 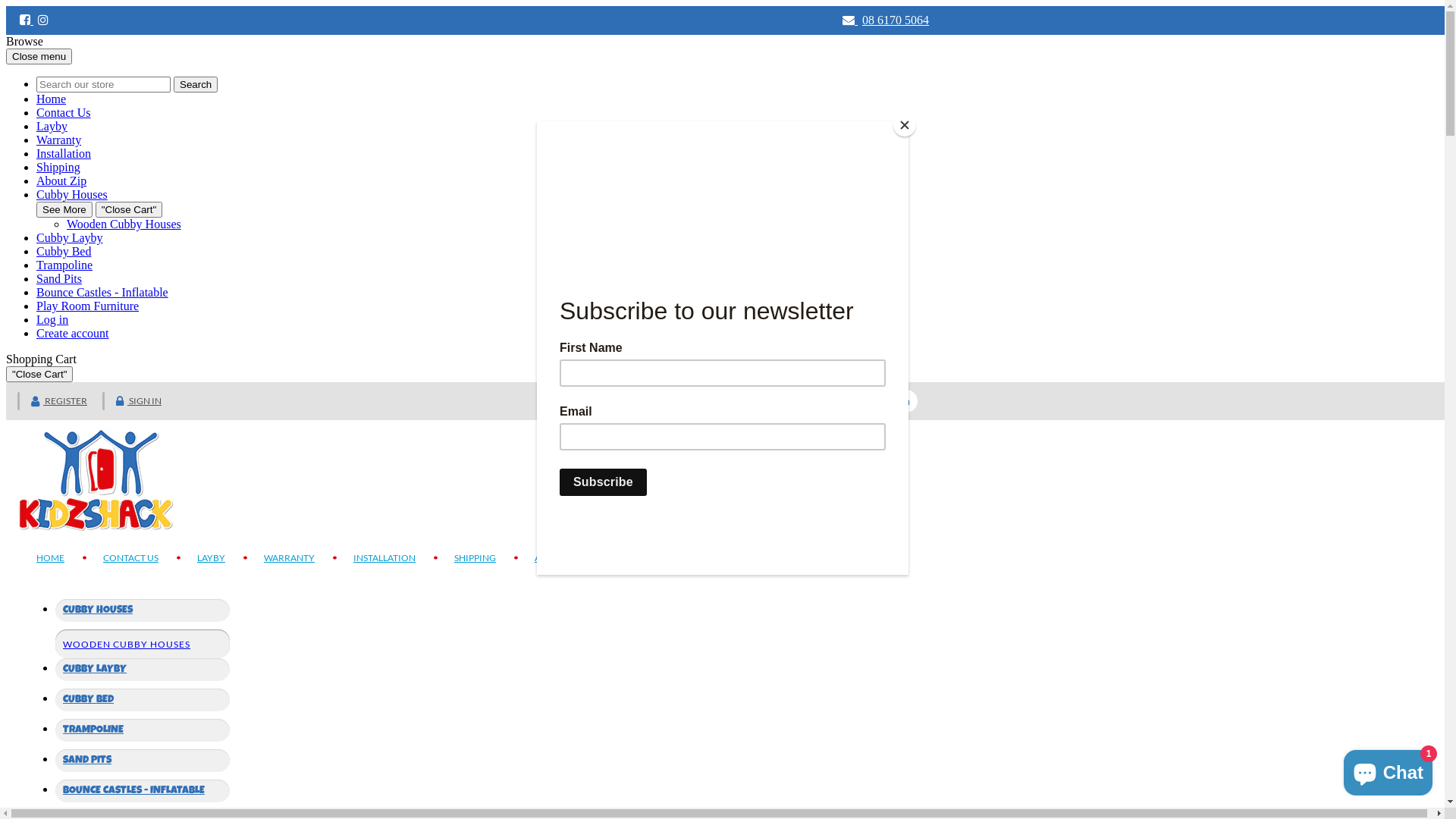 What do you see at coordinates (61, 180) in the screenshot?
I see `'About Zip'` at bounding box center [61, 180].